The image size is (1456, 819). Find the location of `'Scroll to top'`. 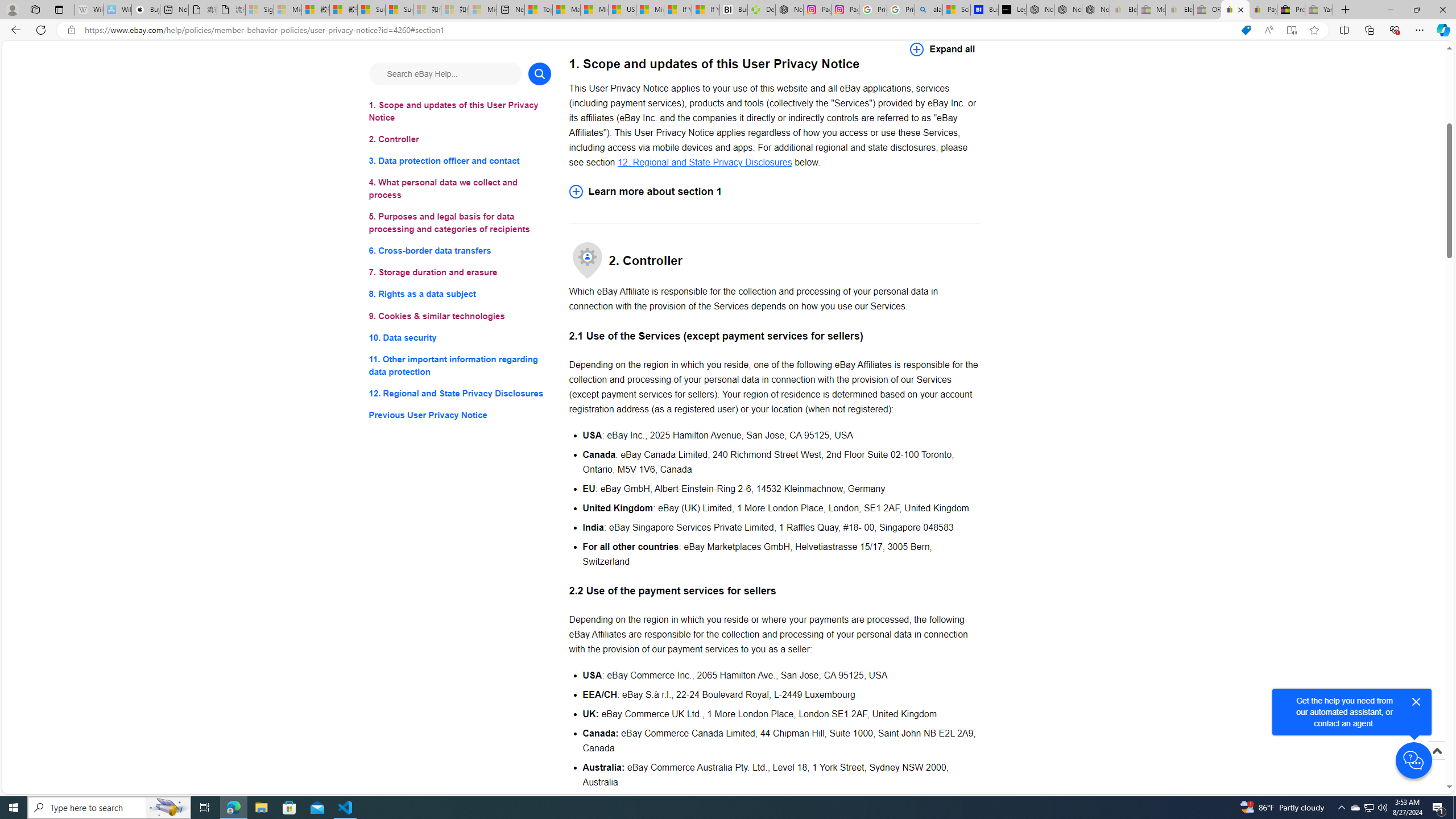

'Scroll to top' is located at coordinates (1436, 750).